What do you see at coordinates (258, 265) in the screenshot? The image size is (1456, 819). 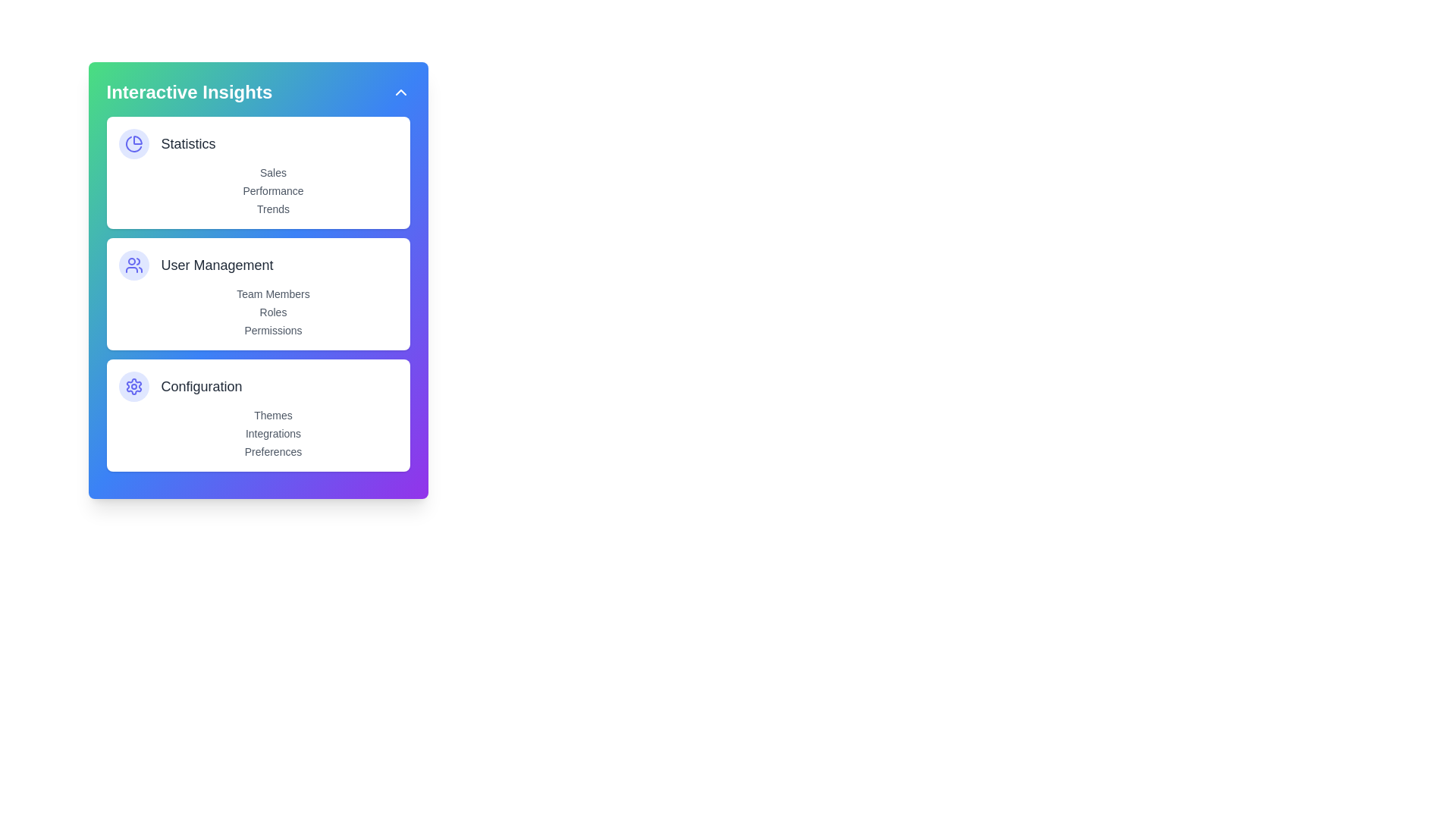 I see `the User Management section from the menu` at bounding box center [258, 265].